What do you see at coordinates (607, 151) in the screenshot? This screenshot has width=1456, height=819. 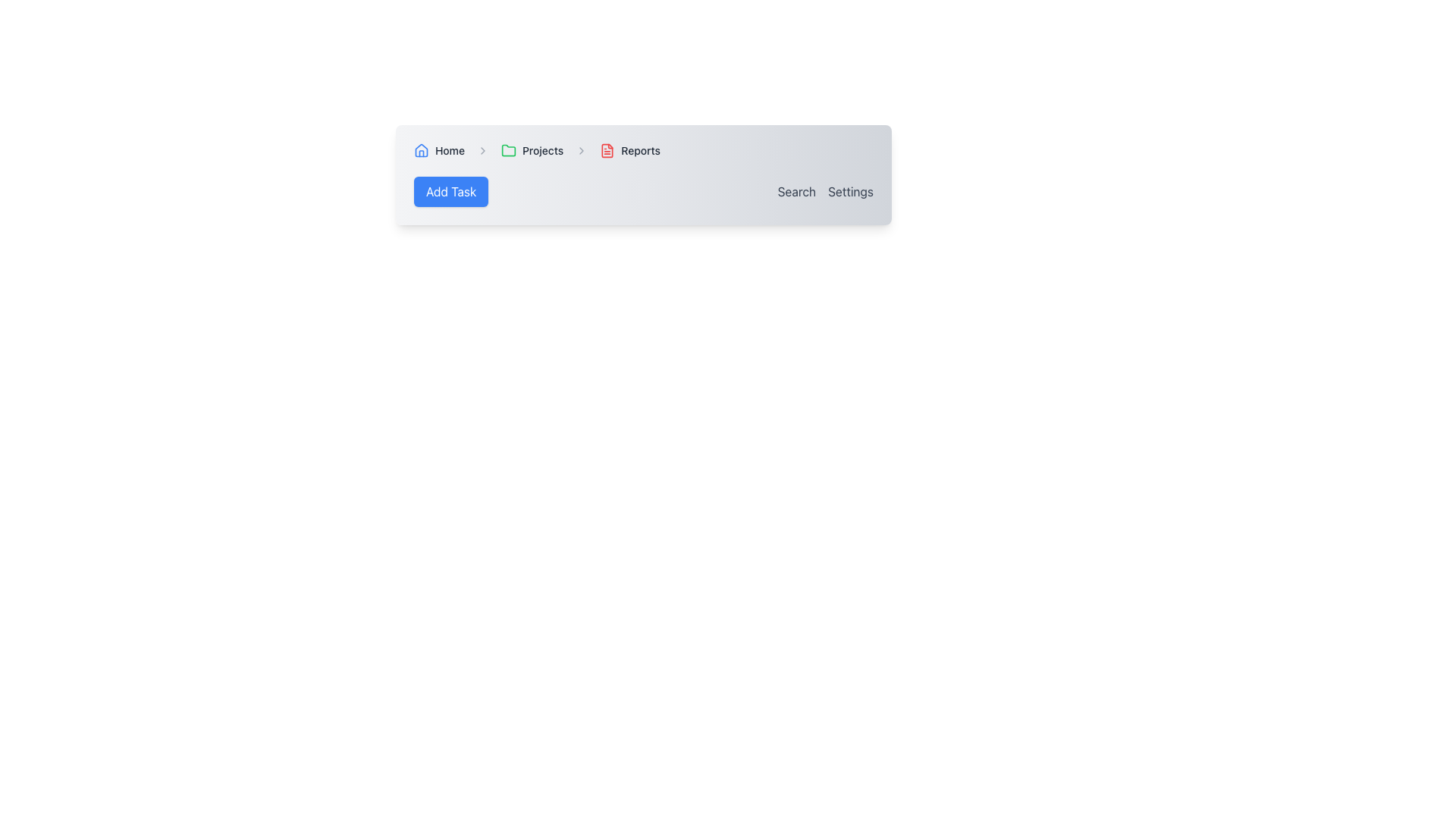 I see `the state of the red document icon located next to the text 'Reports' in the breadcrumb navigation bar` at bounding box center [607, 151].